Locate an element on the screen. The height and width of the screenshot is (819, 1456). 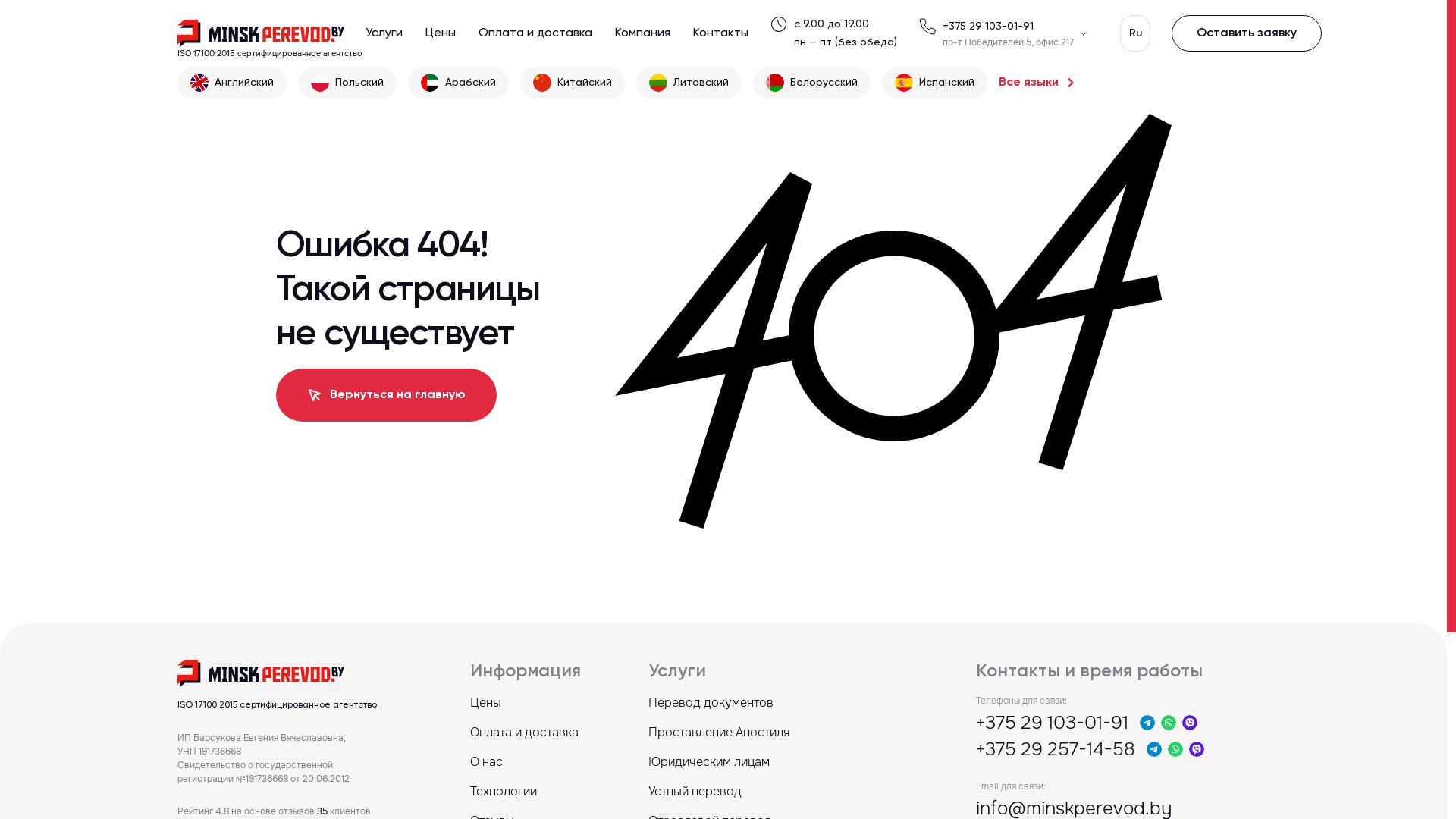
'+375 29 103-01-91' is located at coordinates (1051, 721).